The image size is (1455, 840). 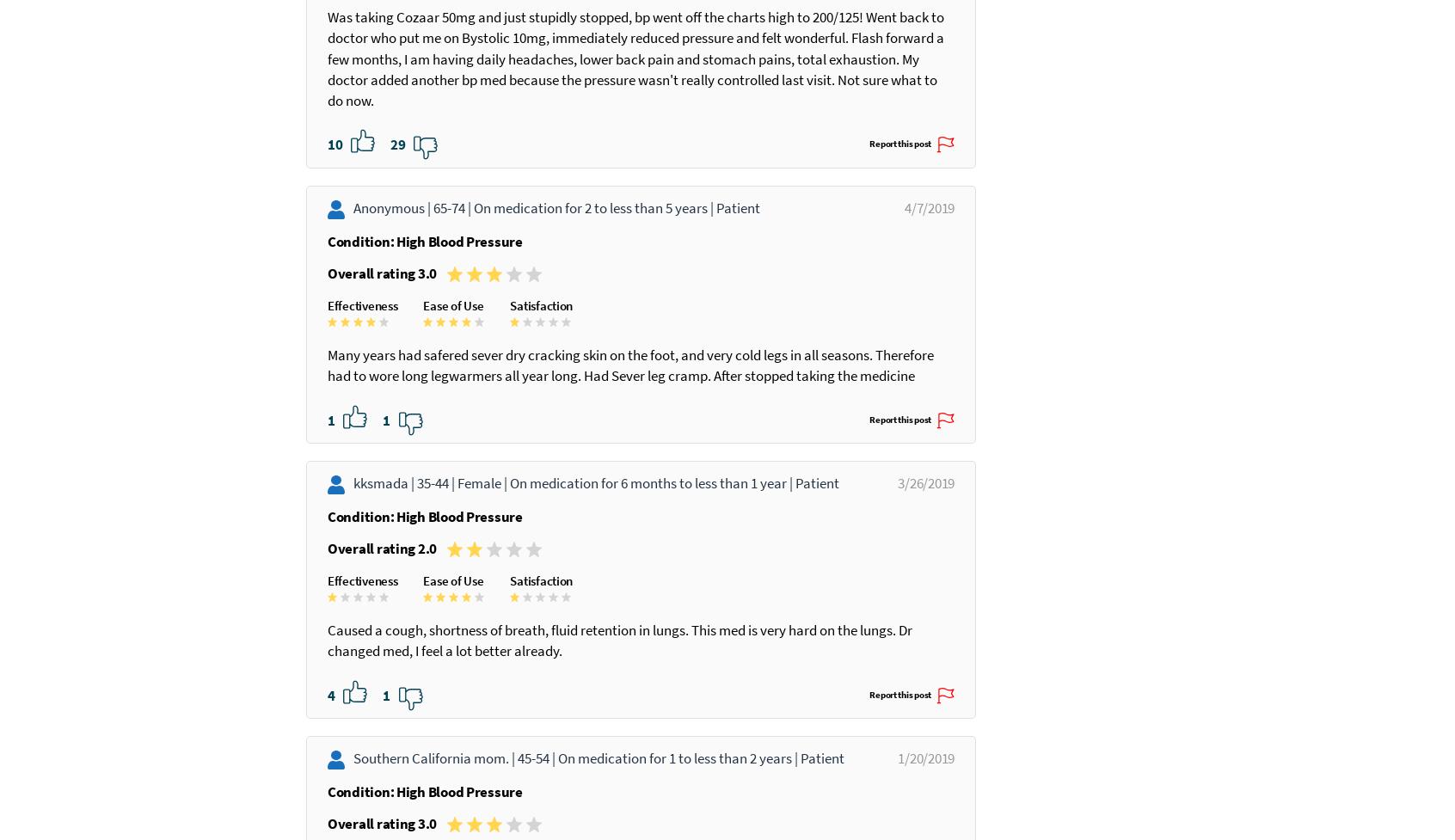 What do you see at coordinates (457, 587) in the screenshot?
I see `'Female |'` at bounding box center [457, 587].